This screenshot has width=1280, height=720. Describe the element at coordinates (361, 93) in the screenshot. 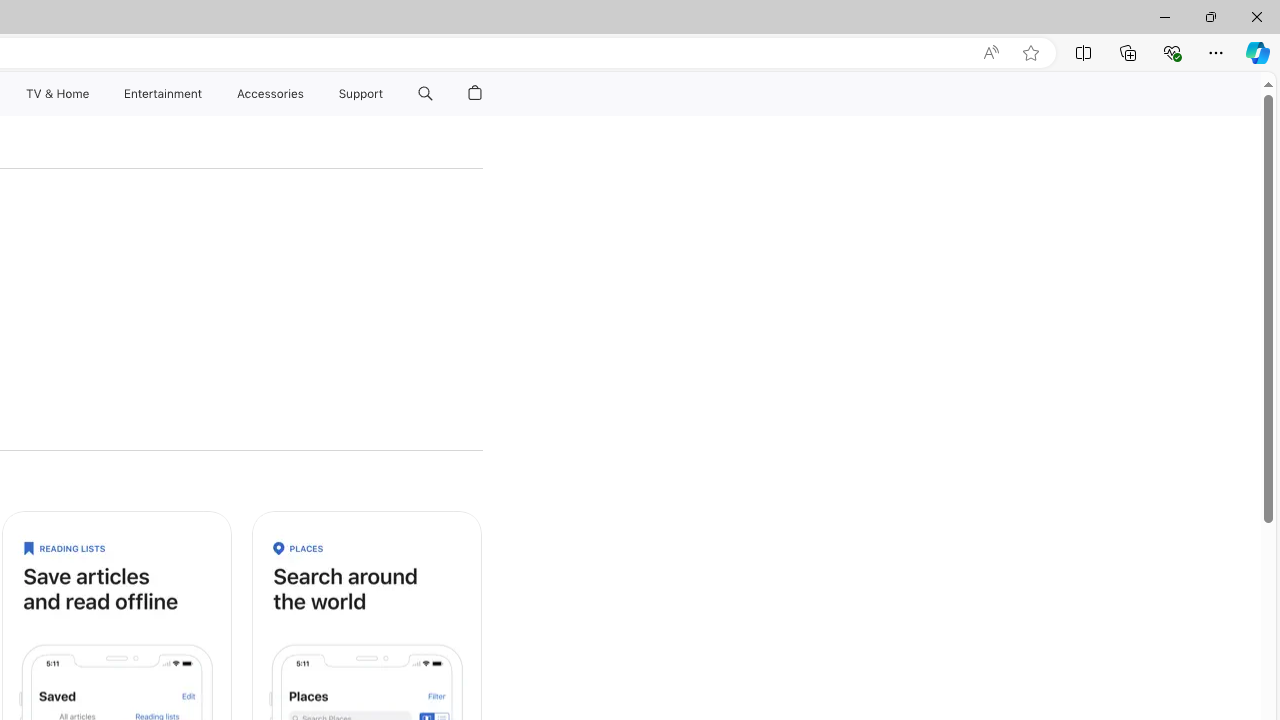

I see `'Support'` at that location.